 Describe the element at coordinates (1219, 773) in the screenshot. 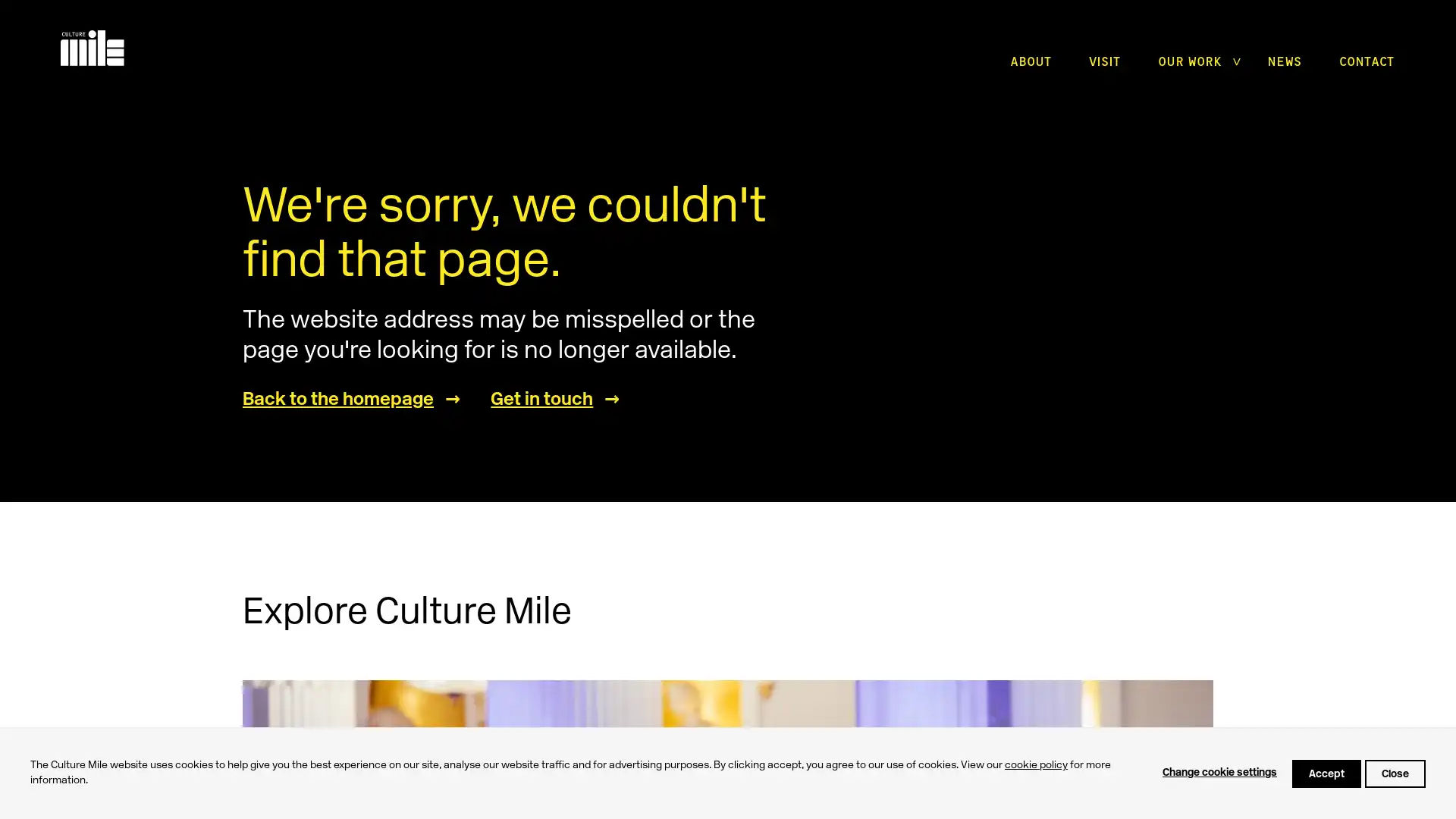

I see `Change cookie settings` at that location.